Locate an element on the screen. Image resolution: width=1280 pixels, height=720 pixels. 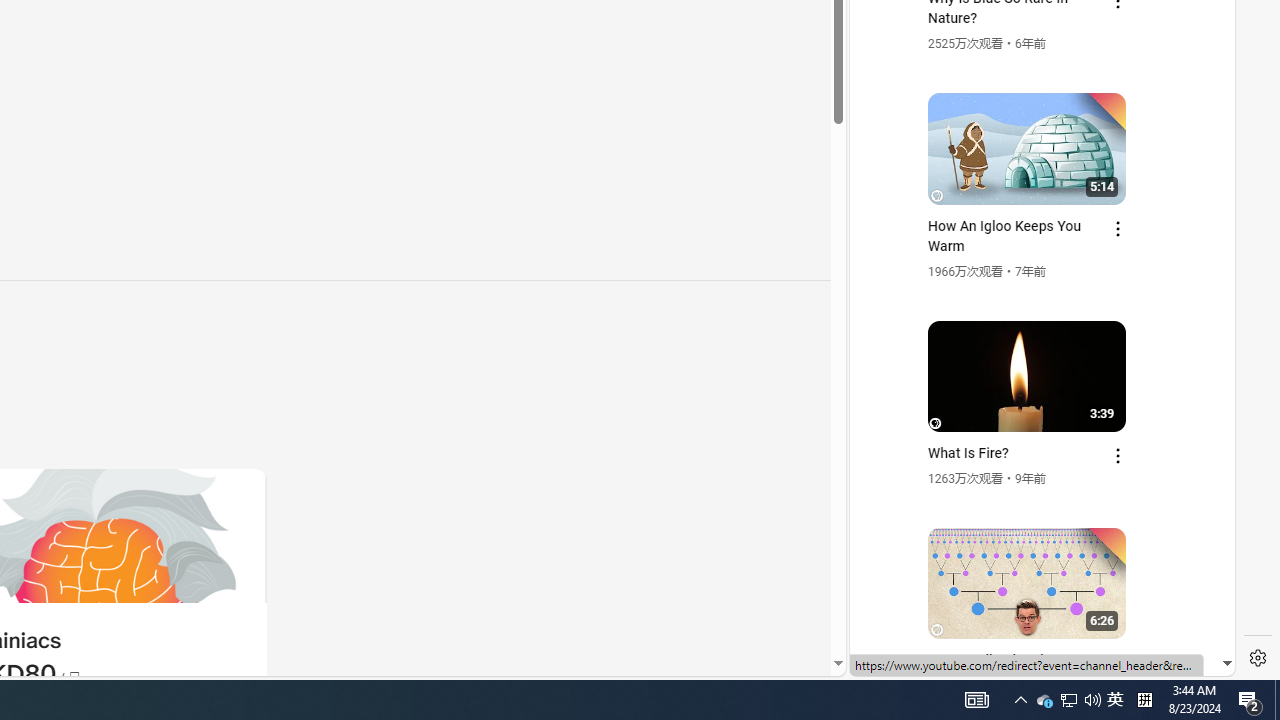
'YouTube - YouTube' is located at coordinates (1034, 265).